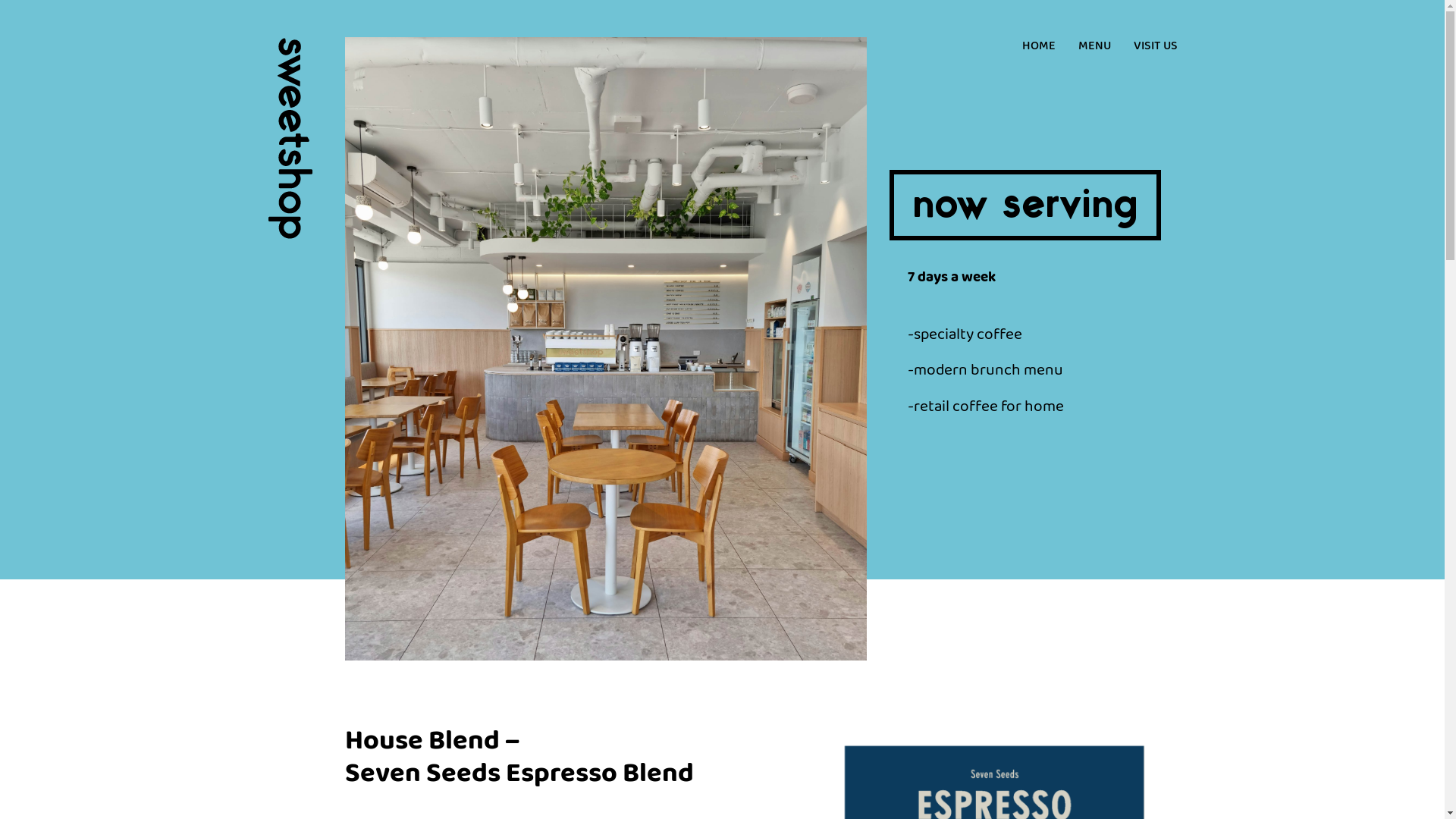 This screenshot has height=819, width=1456. What do you see at coordinates (1094, 45) in the screenshot?
I see `'MENU'` at bounding box center [1094, 45].